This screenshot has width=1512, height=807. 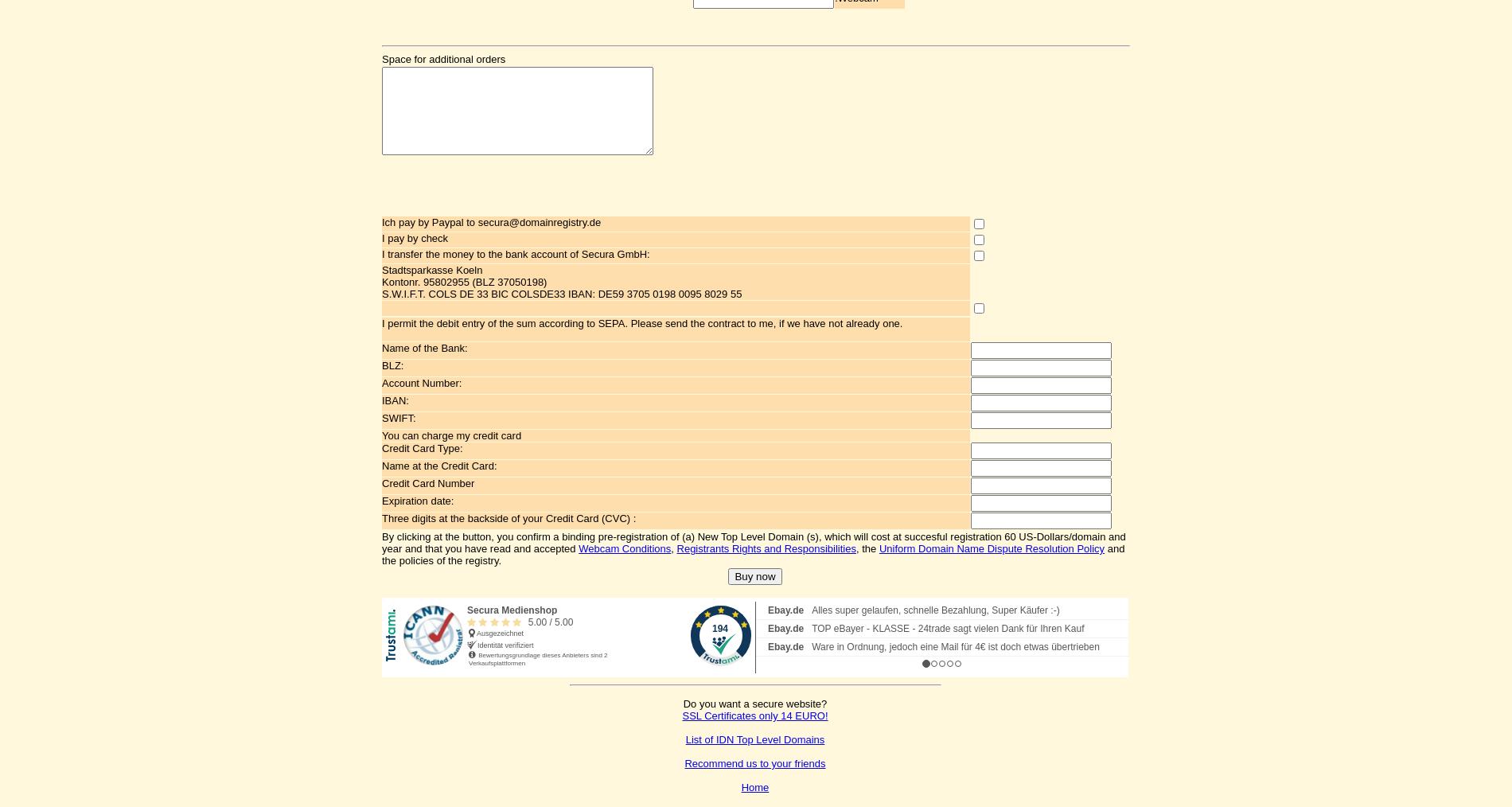 I want to click on 'I pay by check', so click(x=381, y=238).